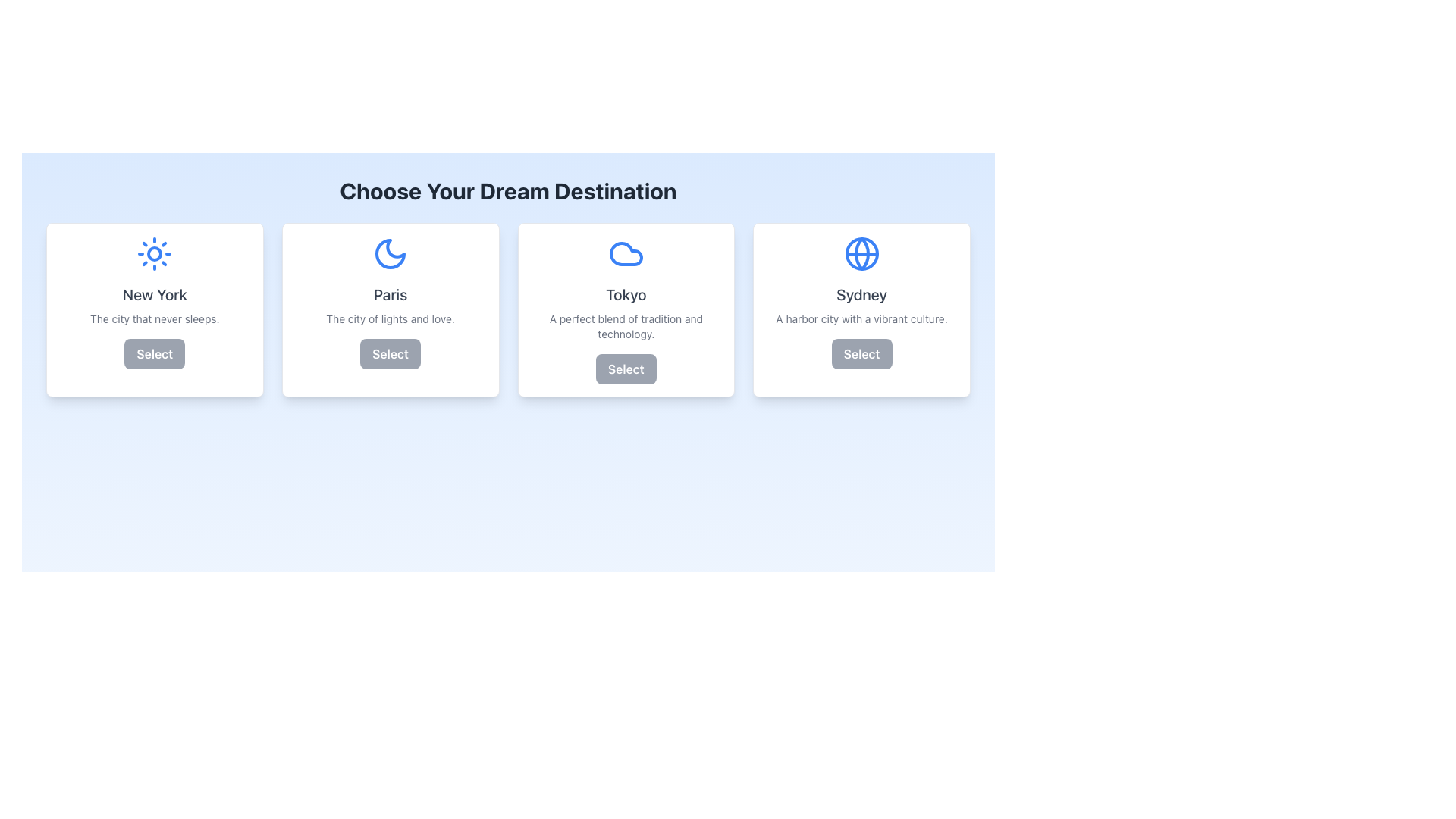 Image resolution: width=1456 pixels, height=819 pixels. What do you see at coordinates (861, 353) in the screenshot?
I see `the button located at the bottom of the 'Sydney' card` at bounding box center [861, 353].